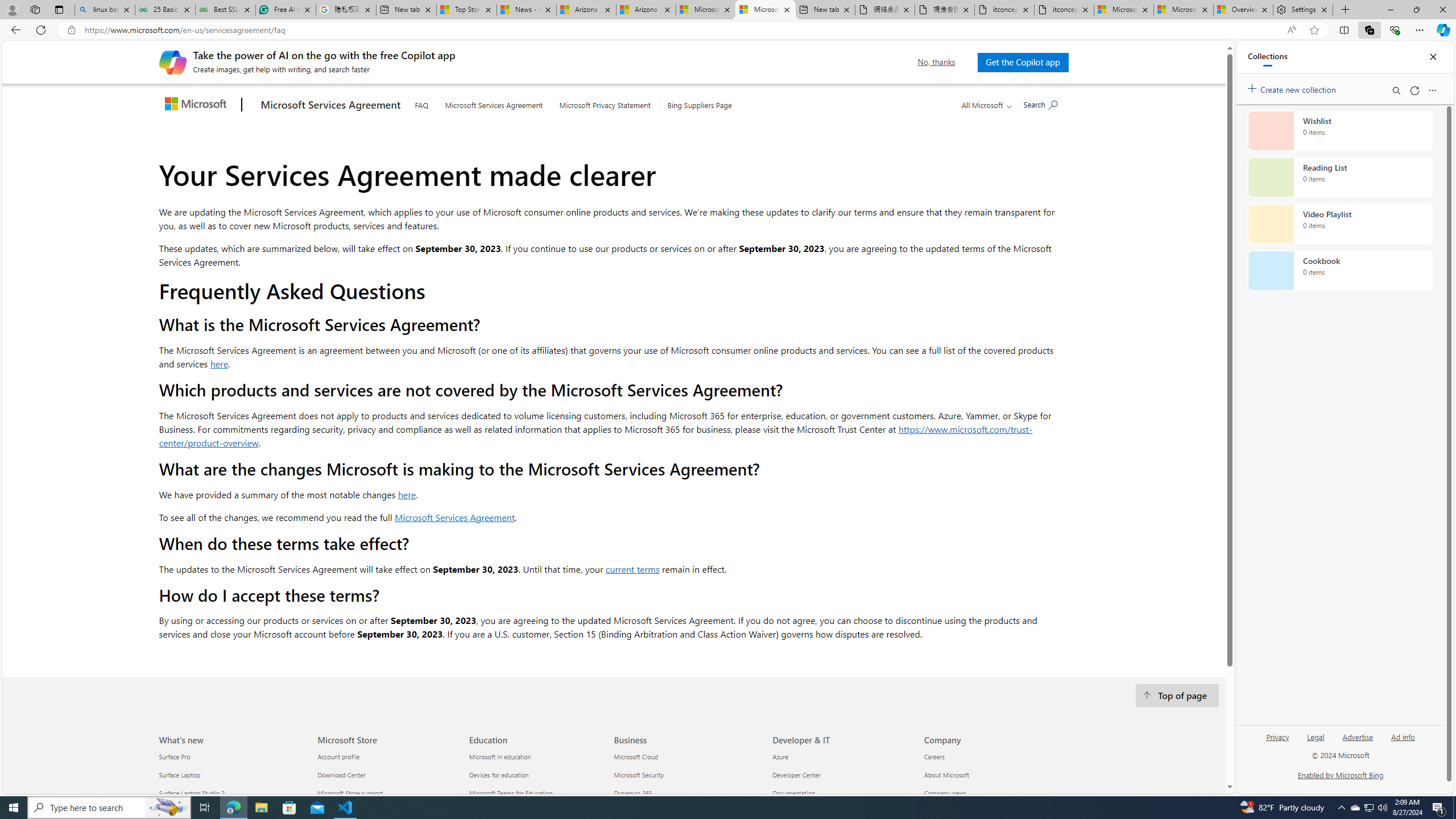 The width and height of the screenshot is (1456, 819). Describe the element at coordinates (231, 793) in the screenshot. I see `'Surface Laptop Studio 2'` at that location.